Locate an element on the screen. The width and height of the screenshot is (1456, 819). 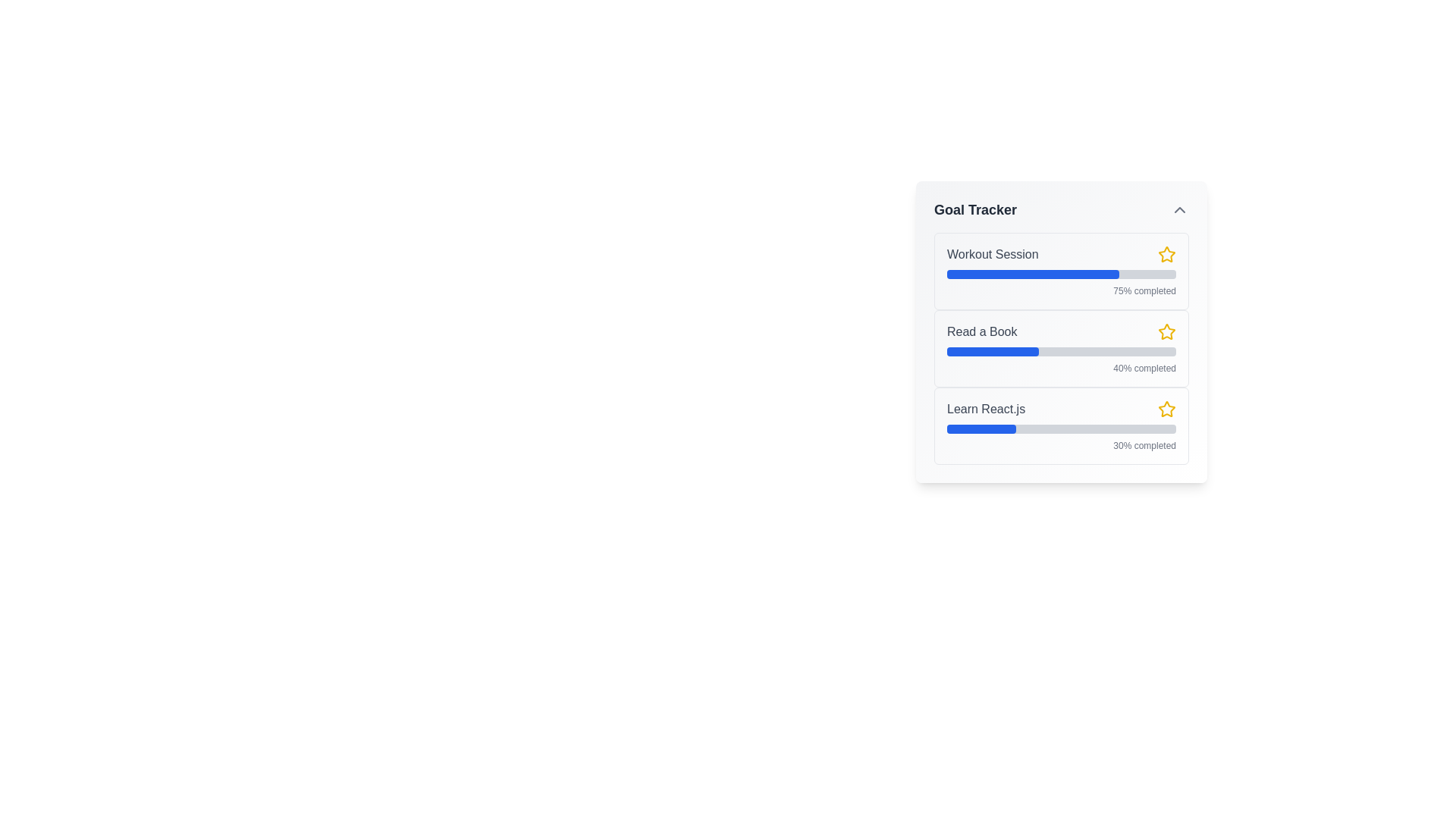
the star-shaped icon positioned to the right of the 'Learn React.js' text in the 'Goal Tracker' widget is located at coordinates (1166, 409).